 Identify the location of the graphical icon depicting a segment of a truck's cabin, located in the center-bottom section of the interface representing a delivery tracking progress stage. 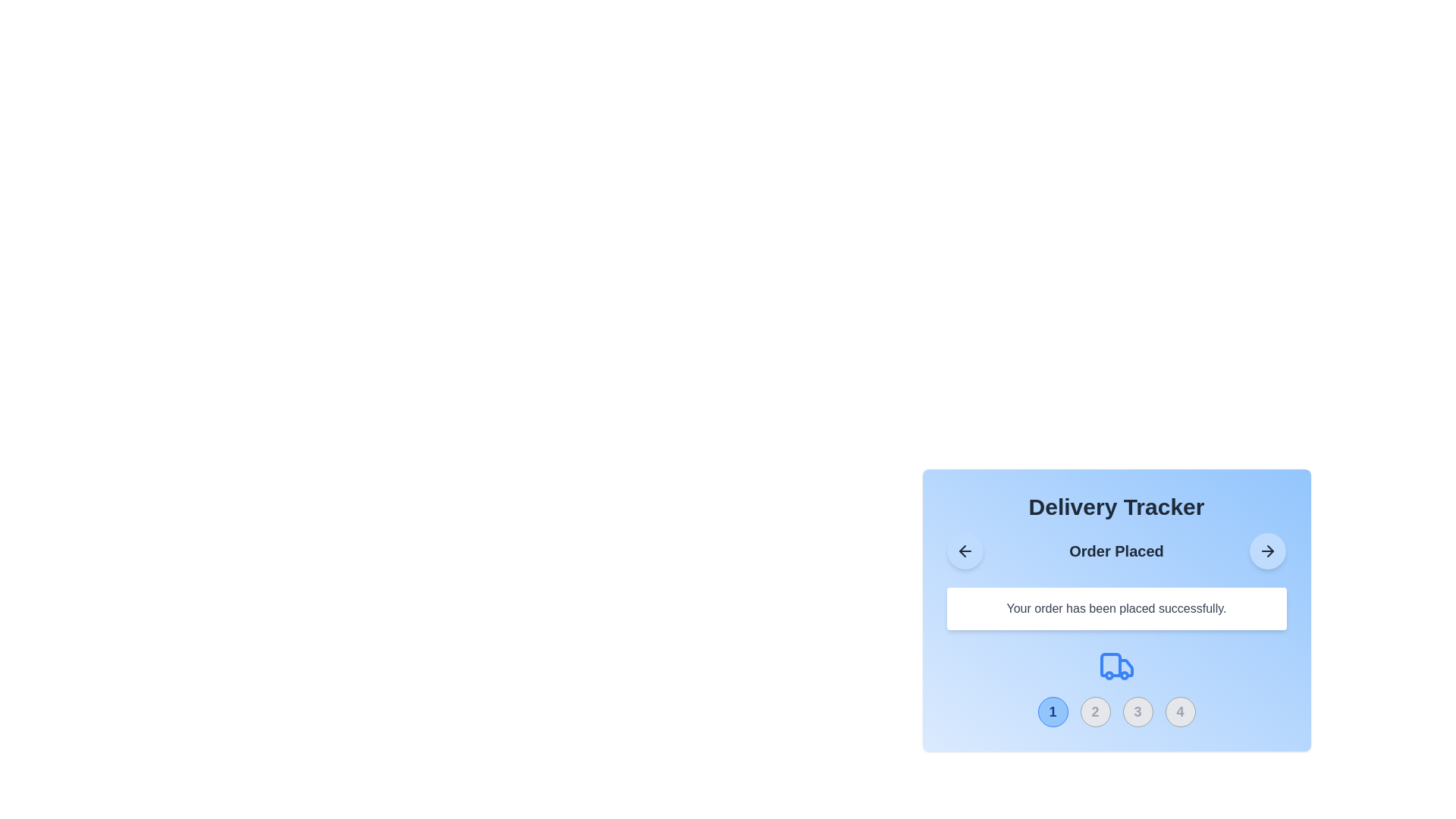
(1110, 664).